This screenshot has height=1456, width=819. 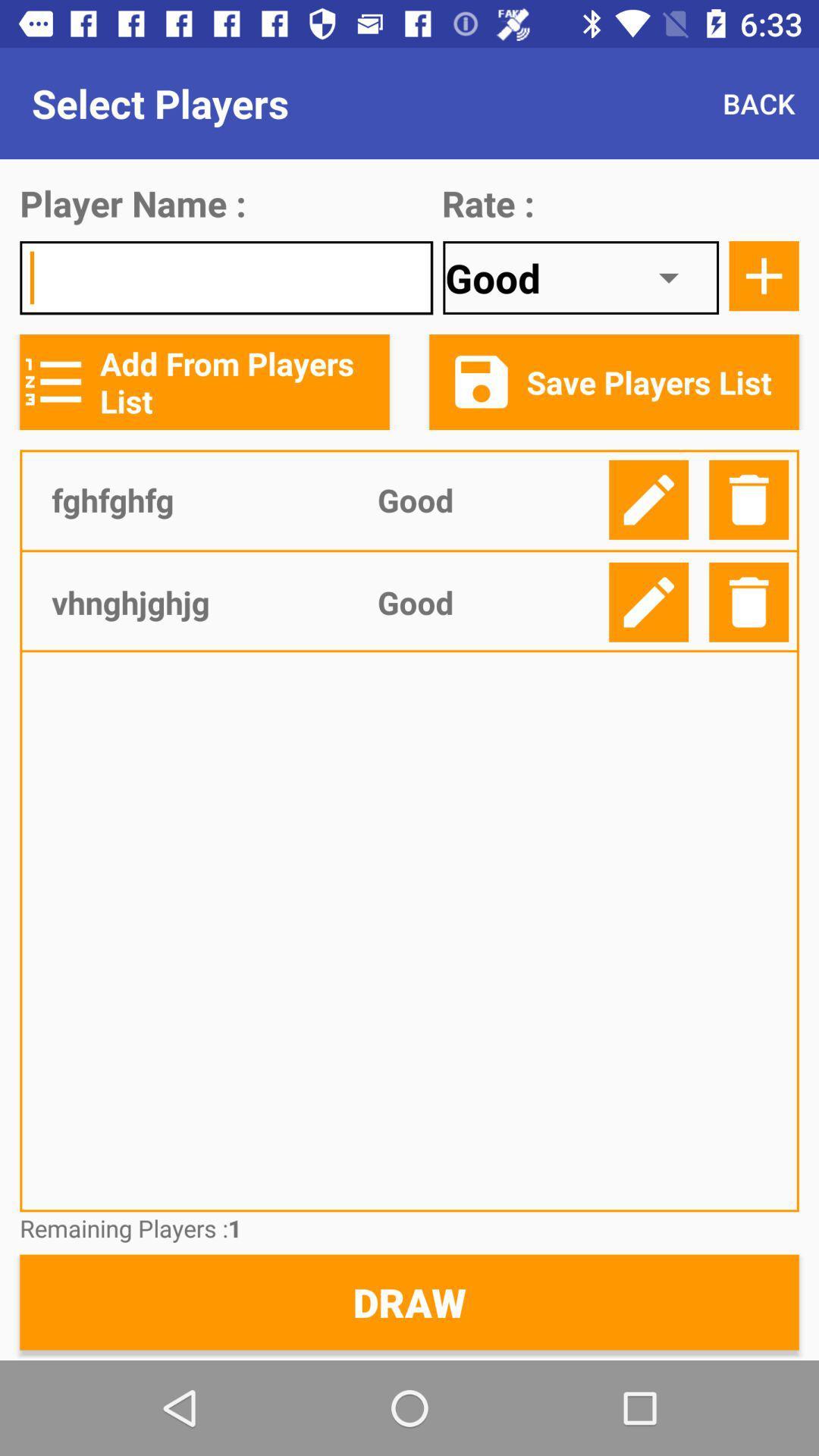 I want to click on edit a comment, so click(x=648, y=500).